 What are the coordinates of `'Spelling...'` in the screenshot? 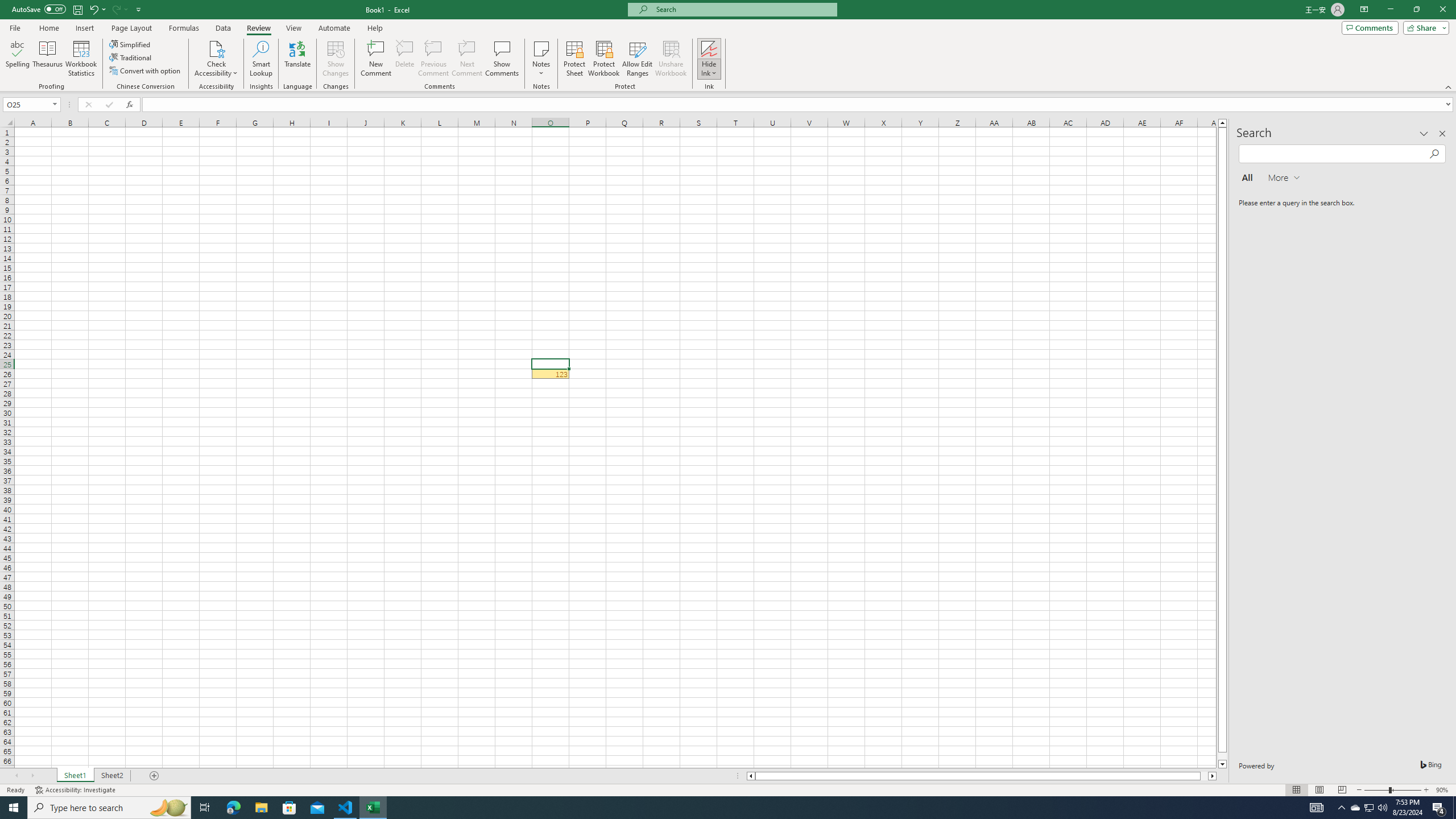 It's located at (16, 59).